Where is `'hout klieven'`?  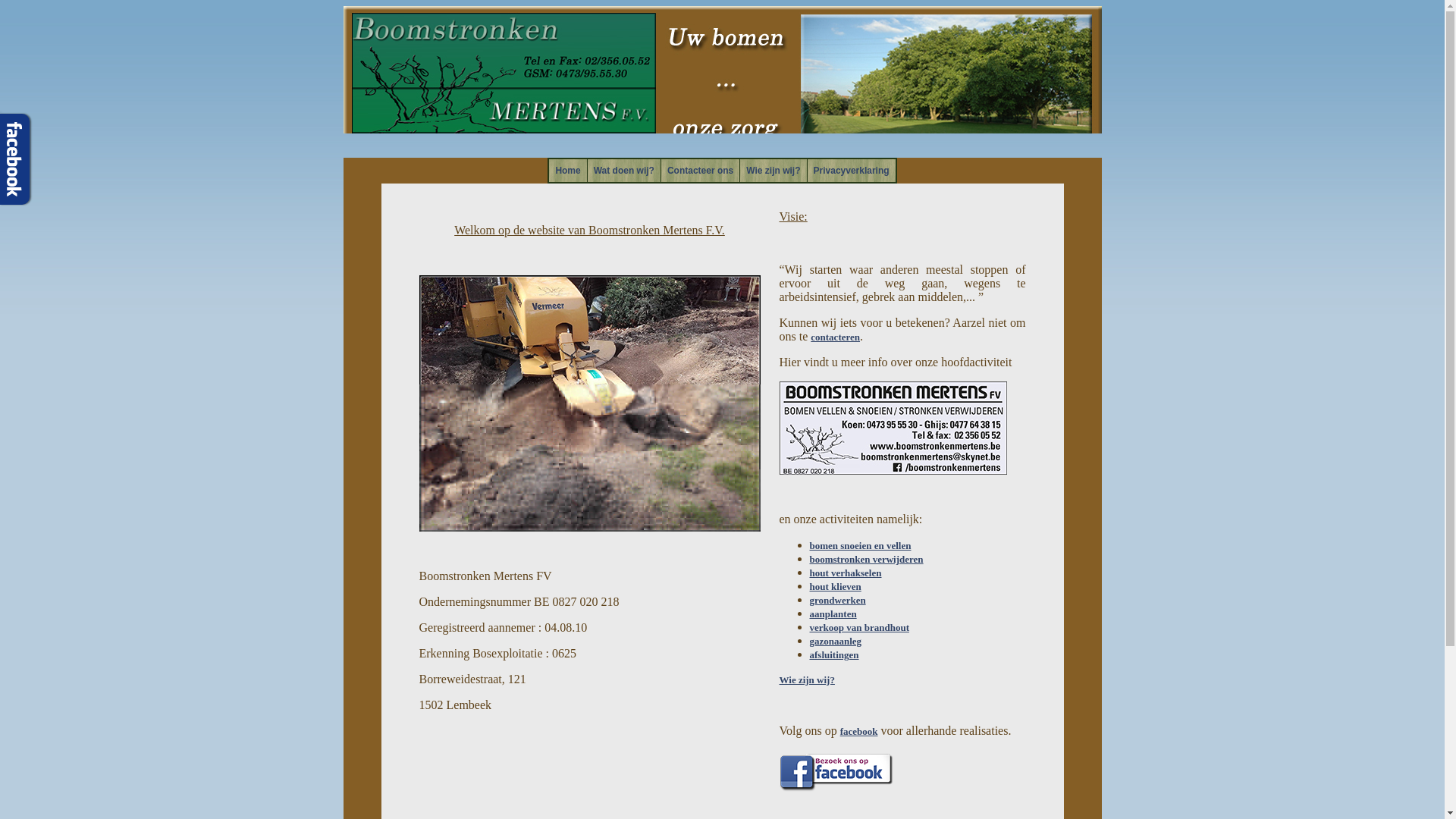
'hout klieven' is located at coordinates (835, 585).